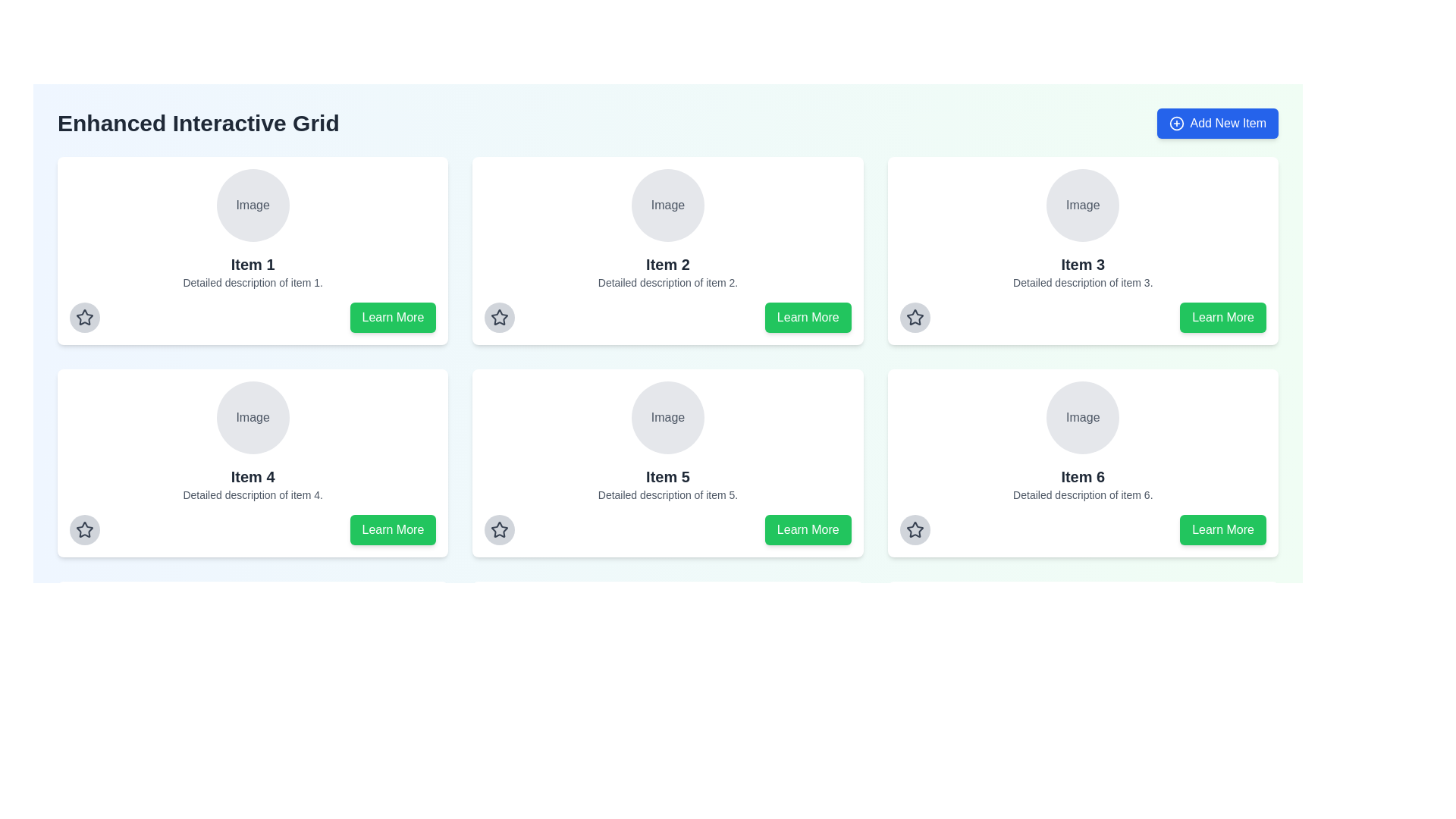 This screenshot has height=819, width=1456. I want to click on the Text Label displaying 'Detailed description of item 3.' which is located beneath the title 'Item 3' in the card layout, so click(1082, 283).